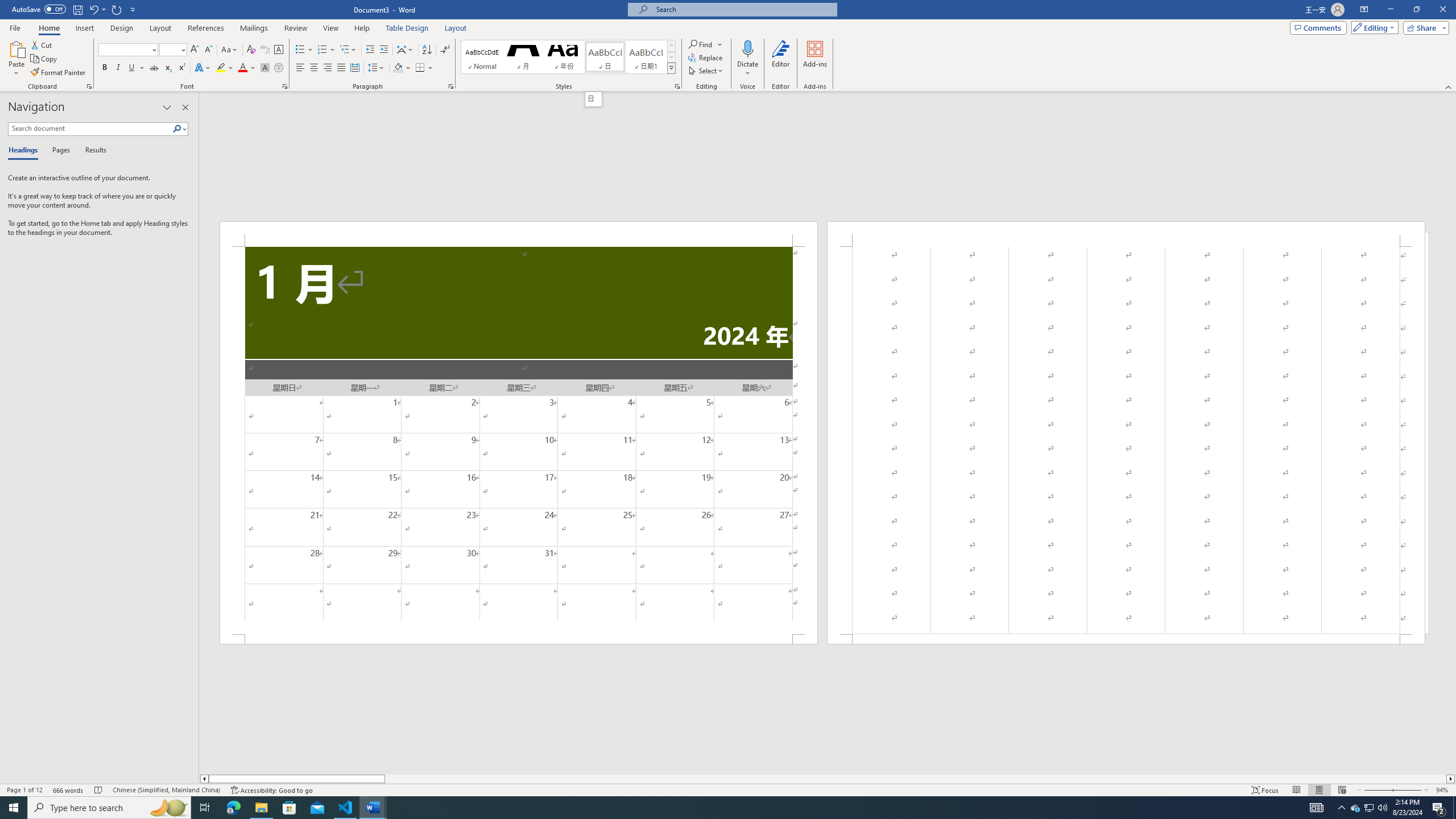 The width and height of the screenshot is (1456, 819). Describe the element at coordinates (285, 85) in the screenshot. I see `'Font...'` at that location.